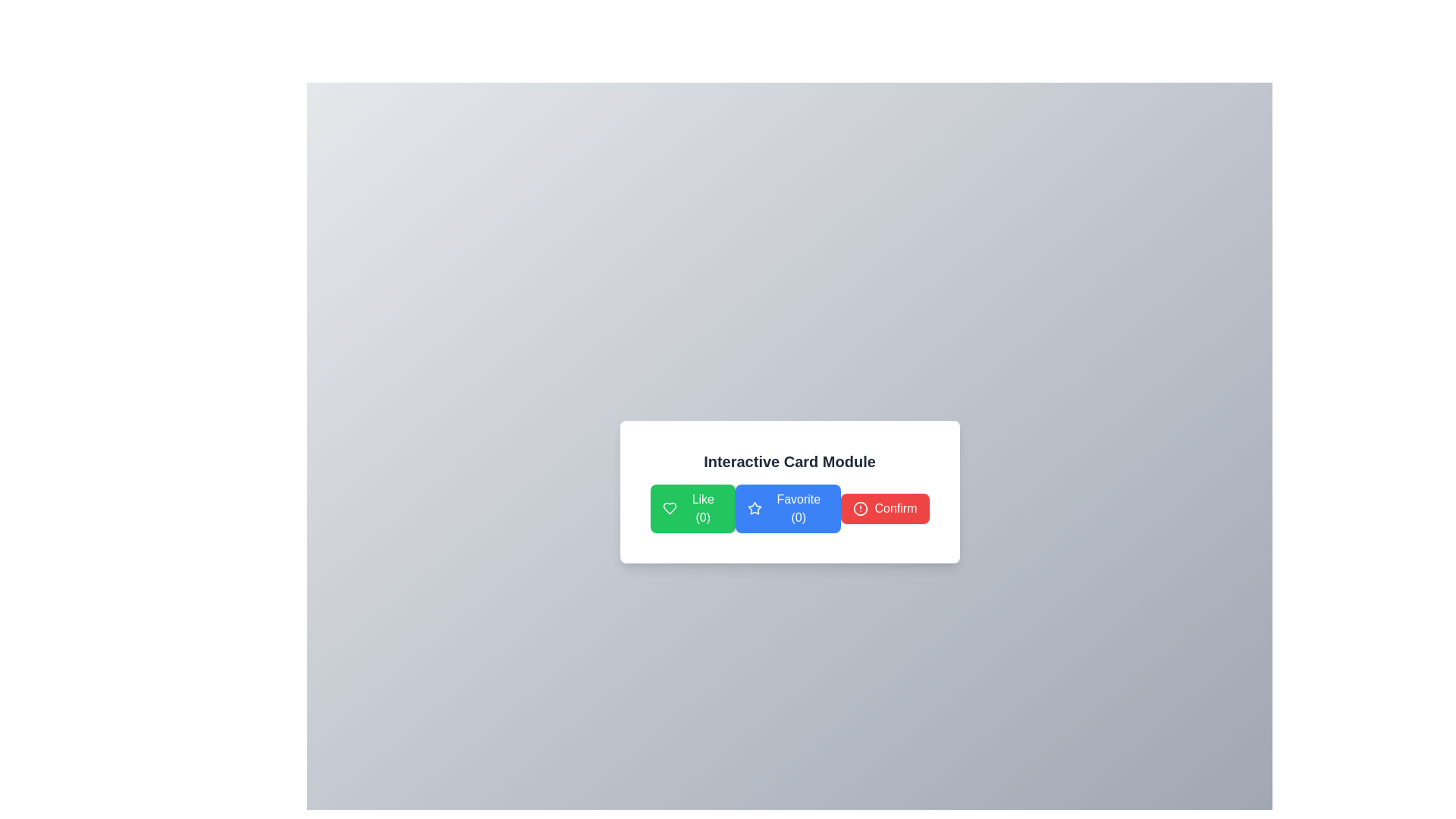 The height and width of the screenshot is (819, 1456). I want to click on the confirm button, so click(885, 509).